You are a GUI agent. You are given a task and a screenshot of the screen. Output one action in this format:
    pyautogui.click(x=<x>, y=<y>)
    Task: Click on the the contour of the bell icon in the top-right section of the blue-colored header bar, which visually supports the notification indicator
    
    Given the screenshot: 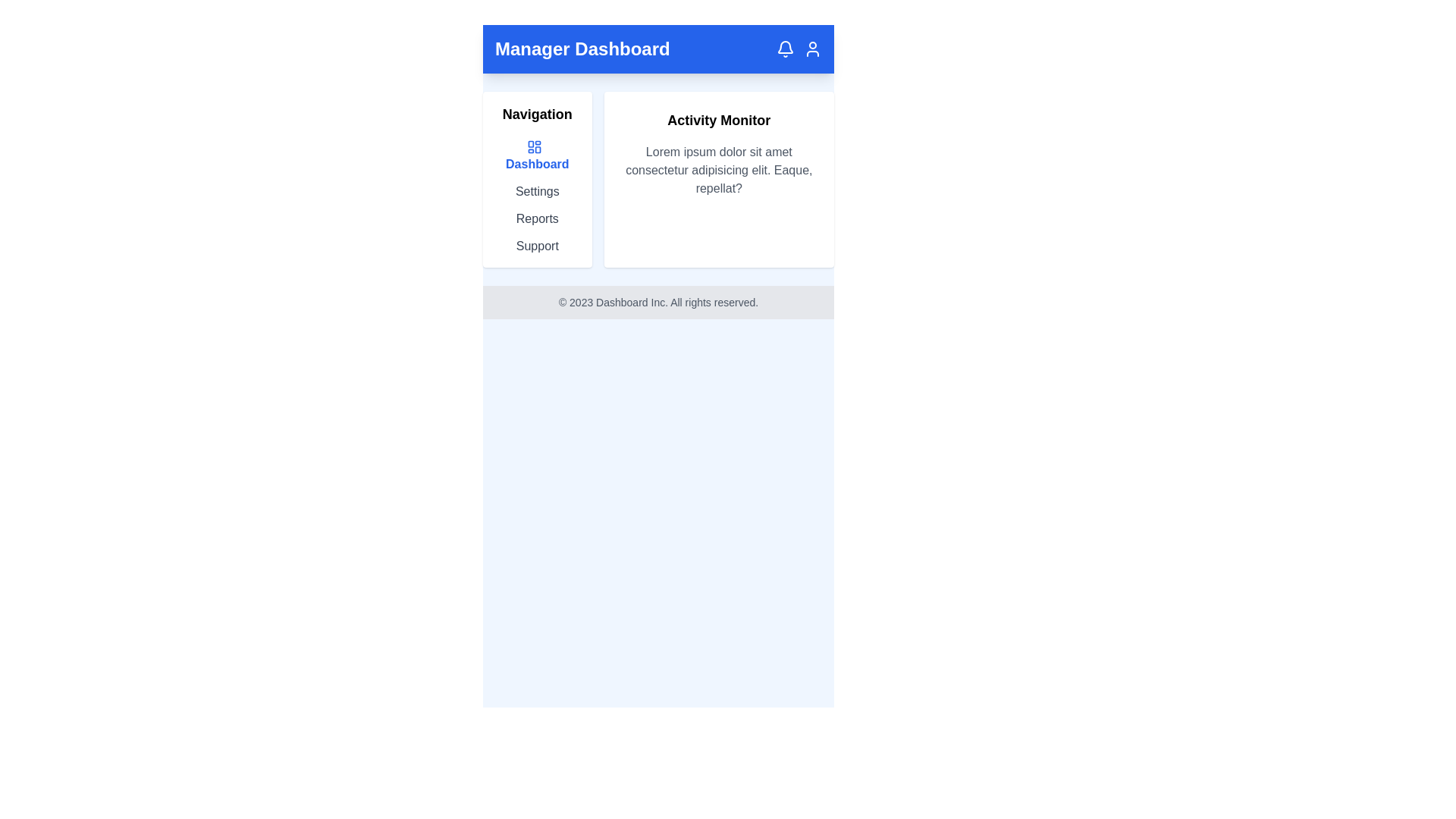 What is the action you would take?
    pyautogui.click(x=786, y=46)
    